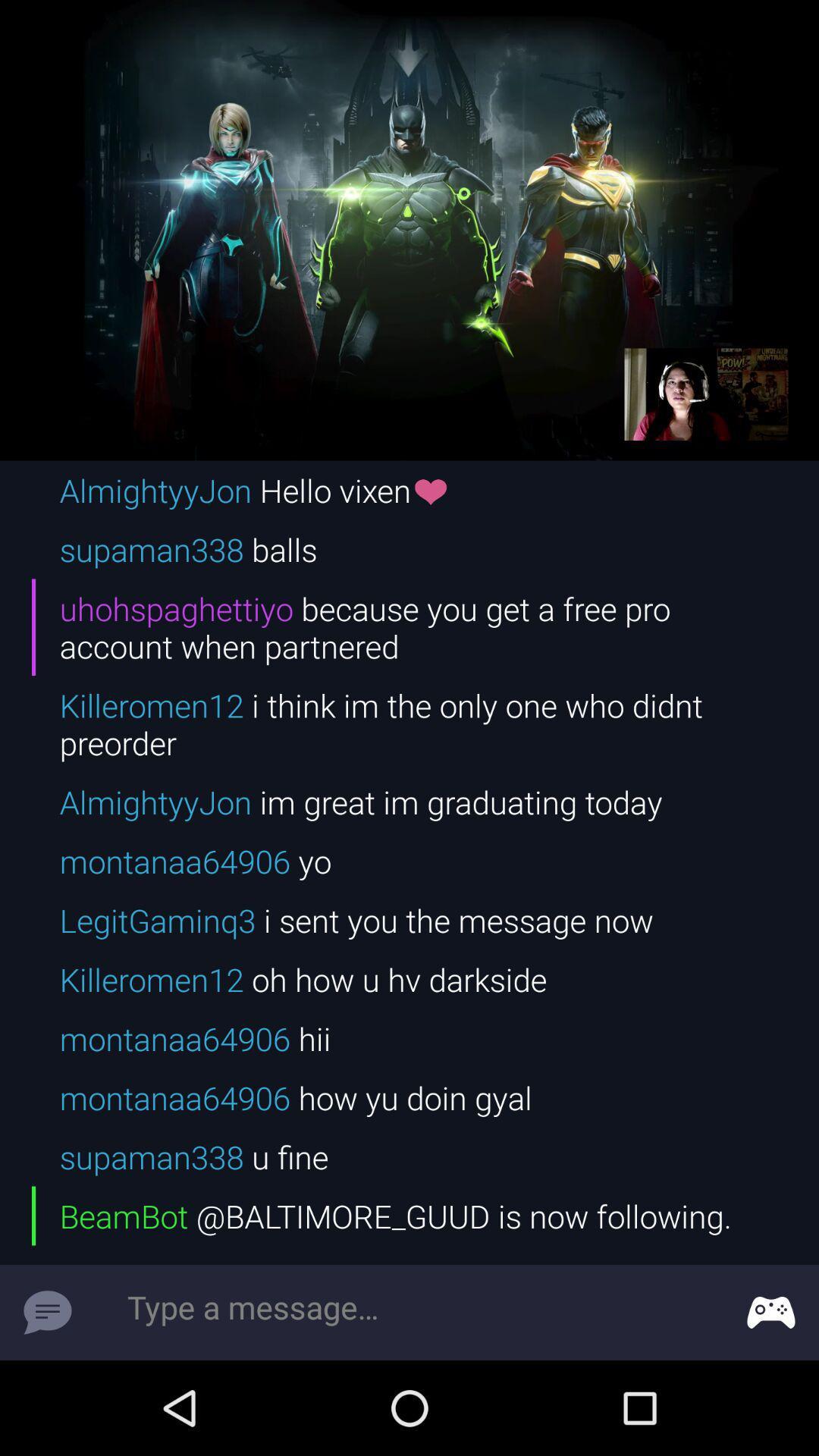 The image size is (819, 1456). What do you see at coordinates (46, 1312) in the screenshot?
I see `the chat icon` at bounding box center [46, 1312].